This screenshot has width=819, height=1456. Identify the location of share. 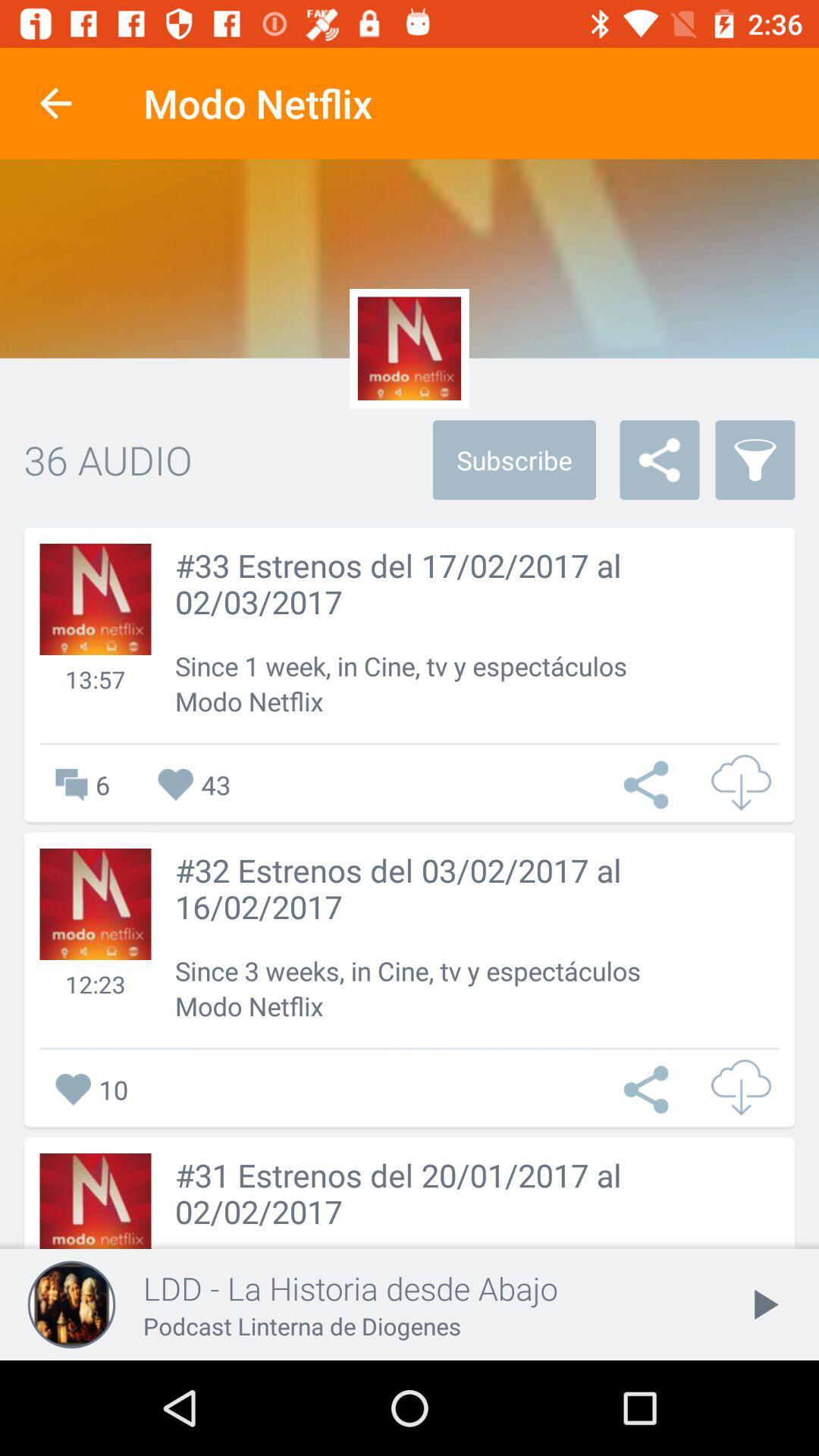
(649, 785).